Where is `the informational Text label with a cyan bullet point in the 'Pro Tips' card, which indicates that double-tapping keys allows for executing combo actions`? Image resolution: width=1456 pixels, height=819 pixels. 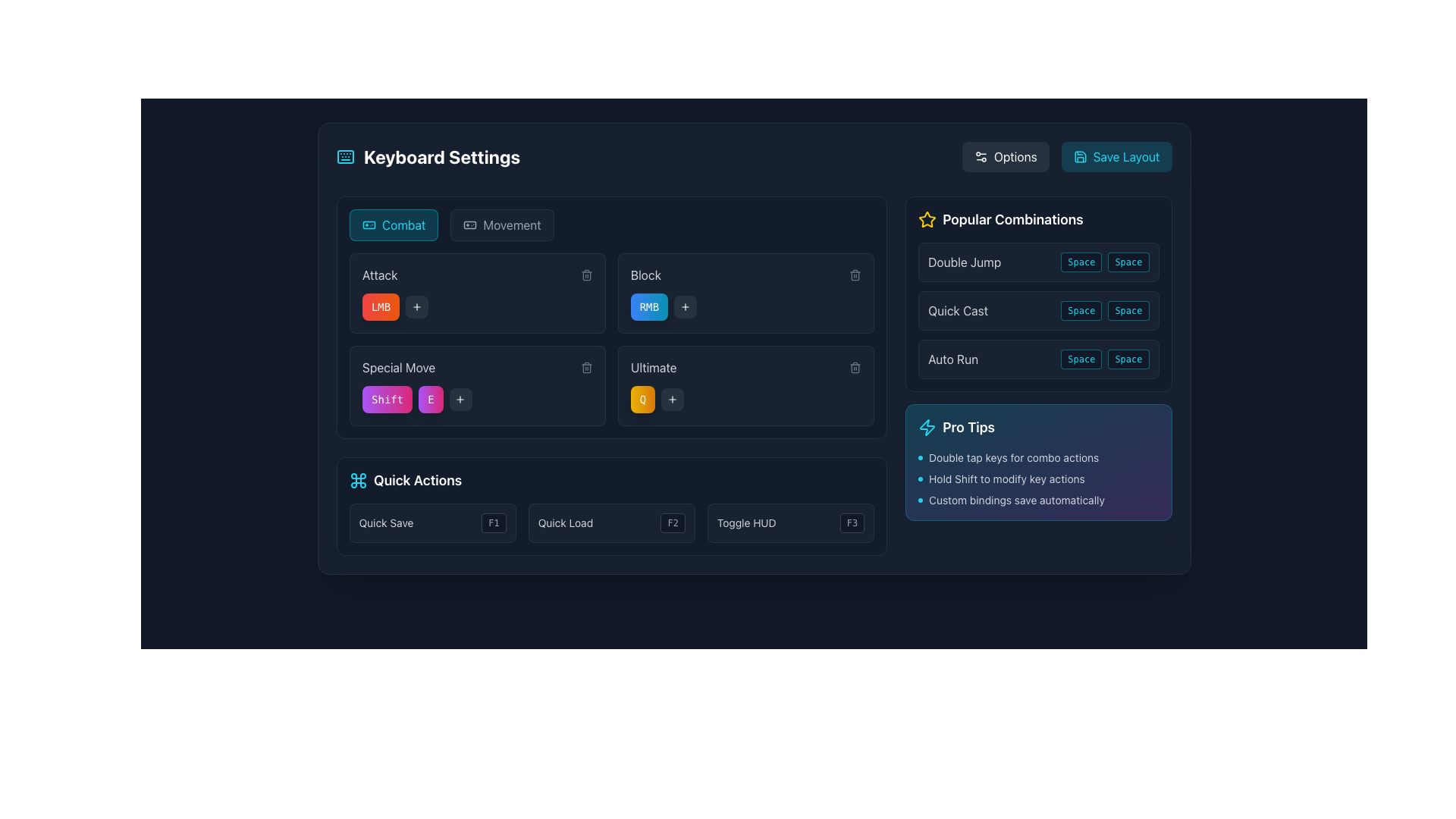
the informational Text label with a cyan bullet point in the 'Pro Tips' card, which indicates that double-tapping keys allows for executing combo actions is located at coordinates (1037, 457).